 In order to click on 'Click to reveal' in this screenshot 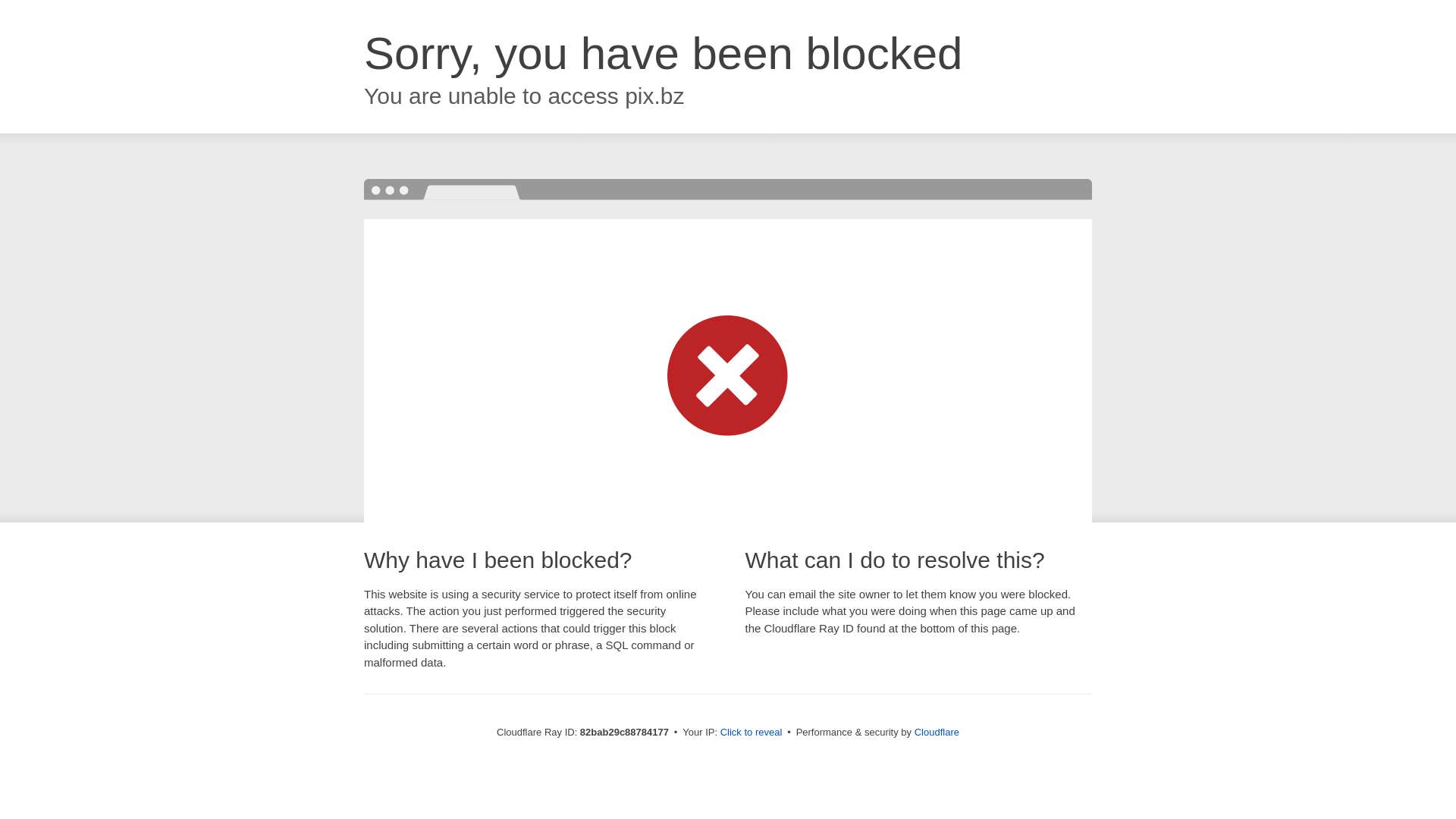, I will do `click(751, 731)`.